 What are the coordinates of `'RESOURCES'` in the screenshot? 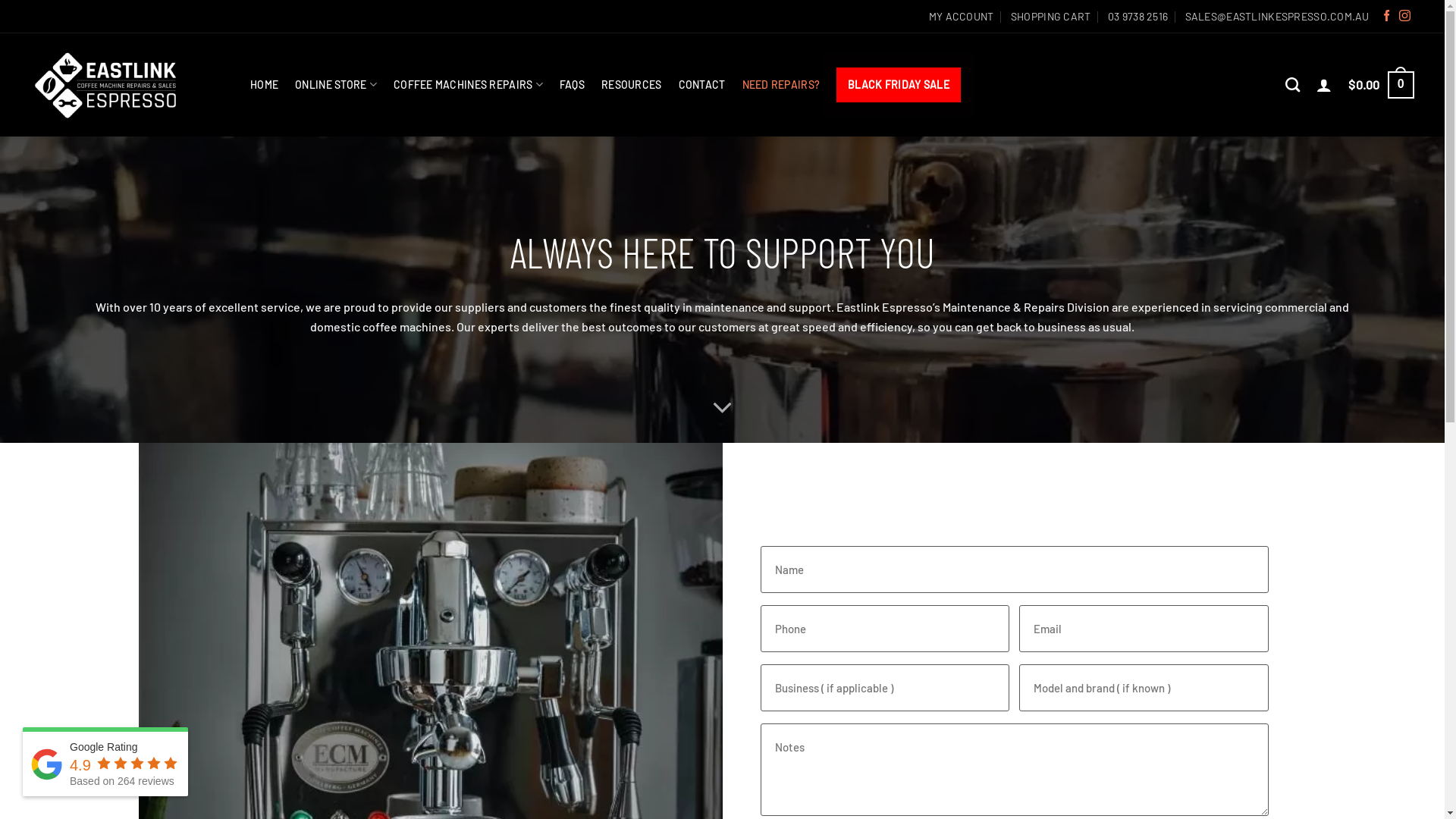 It's located at (632, 84).